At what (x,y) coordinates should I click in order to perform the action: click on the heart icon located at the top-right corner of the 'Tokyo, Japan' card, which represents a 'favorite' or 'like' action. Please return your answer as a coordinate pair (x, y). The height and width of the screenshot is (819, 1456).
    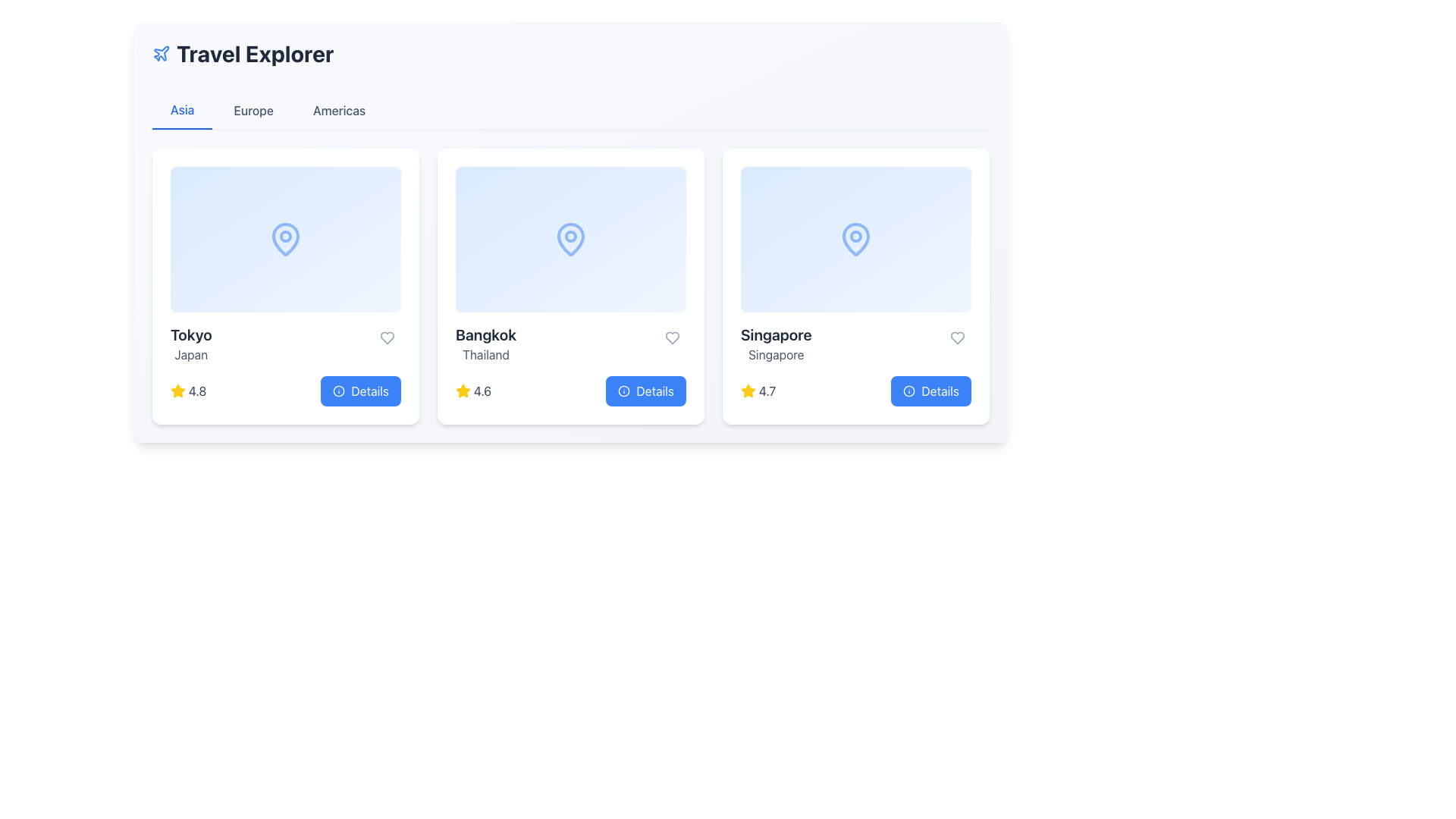
    Looking at the image, I should click on (387, 337).